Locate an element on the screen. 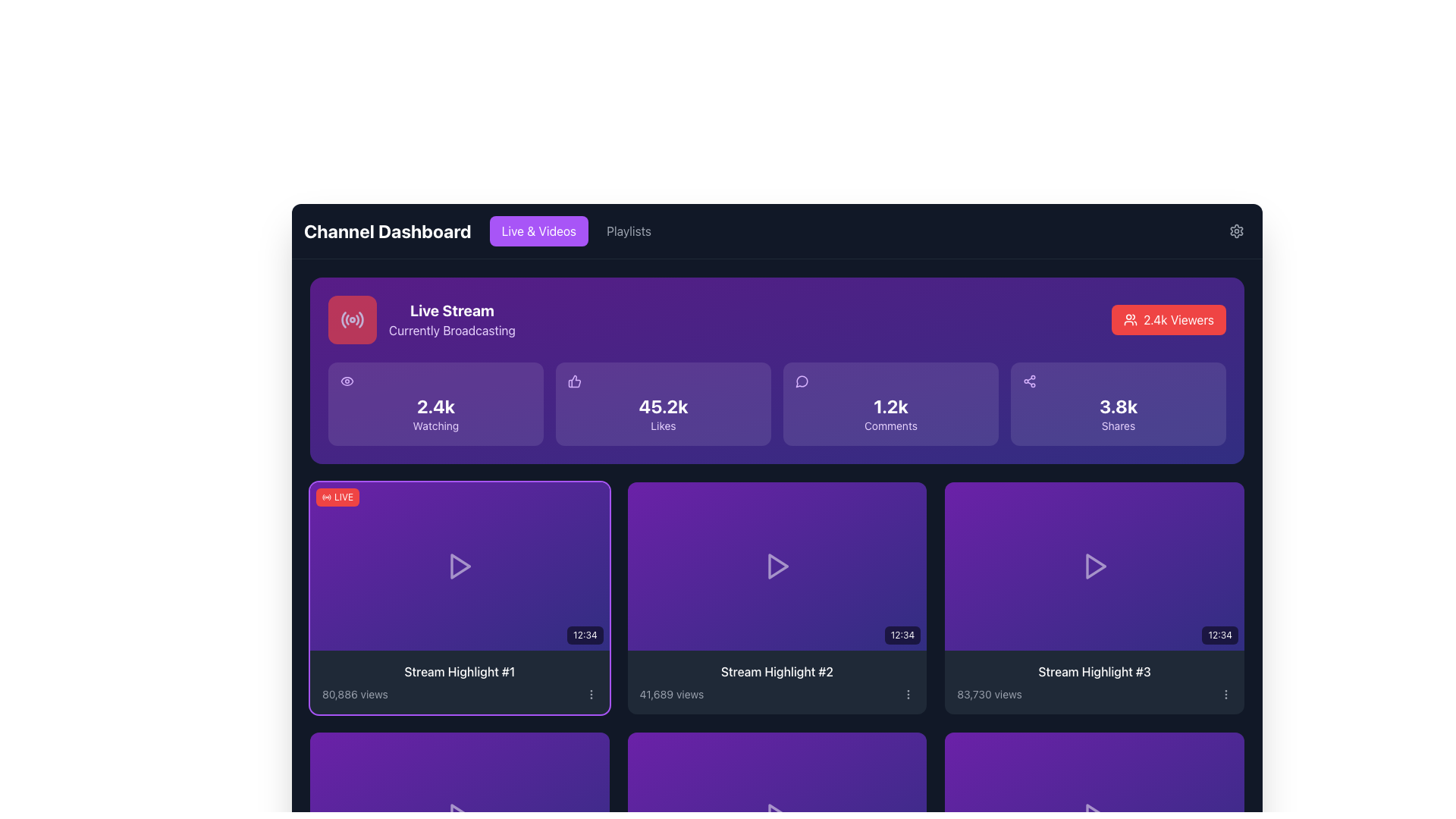  the Text label displaying '1.2k' in bold white font, which is part of a purple rectangle box, located in the top-right section of the interface is located at coordinates (891, 406).